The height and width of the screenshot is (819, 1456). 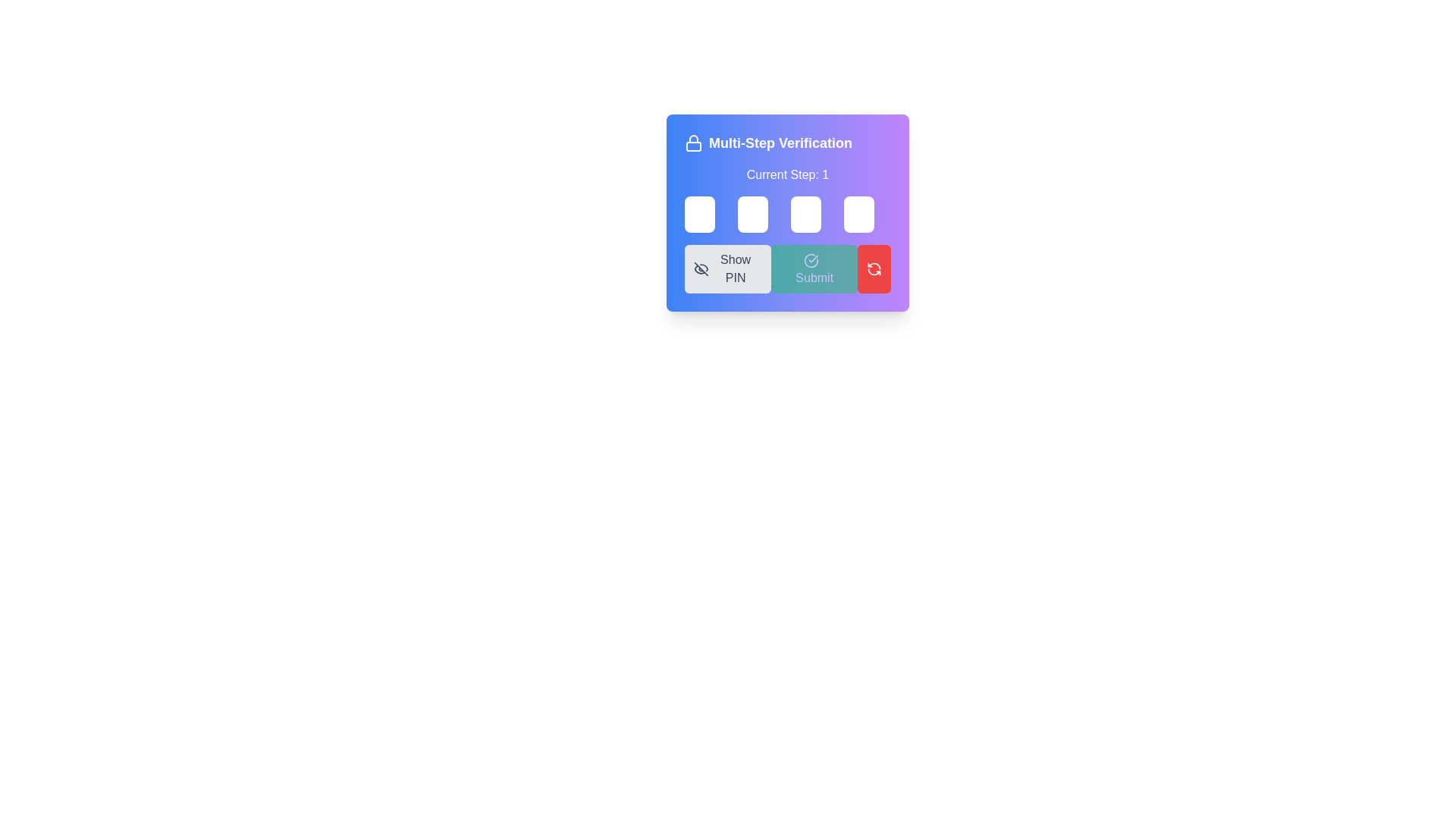 What do you see at coordinates (728, 268) in the screenshot?
I see `the leftmost button in a row of three buttons that toggles the visibility of a hidden PIN number, located within a purple and blue gradient box near the bottom of the interface` at bounding box center [728, 268].